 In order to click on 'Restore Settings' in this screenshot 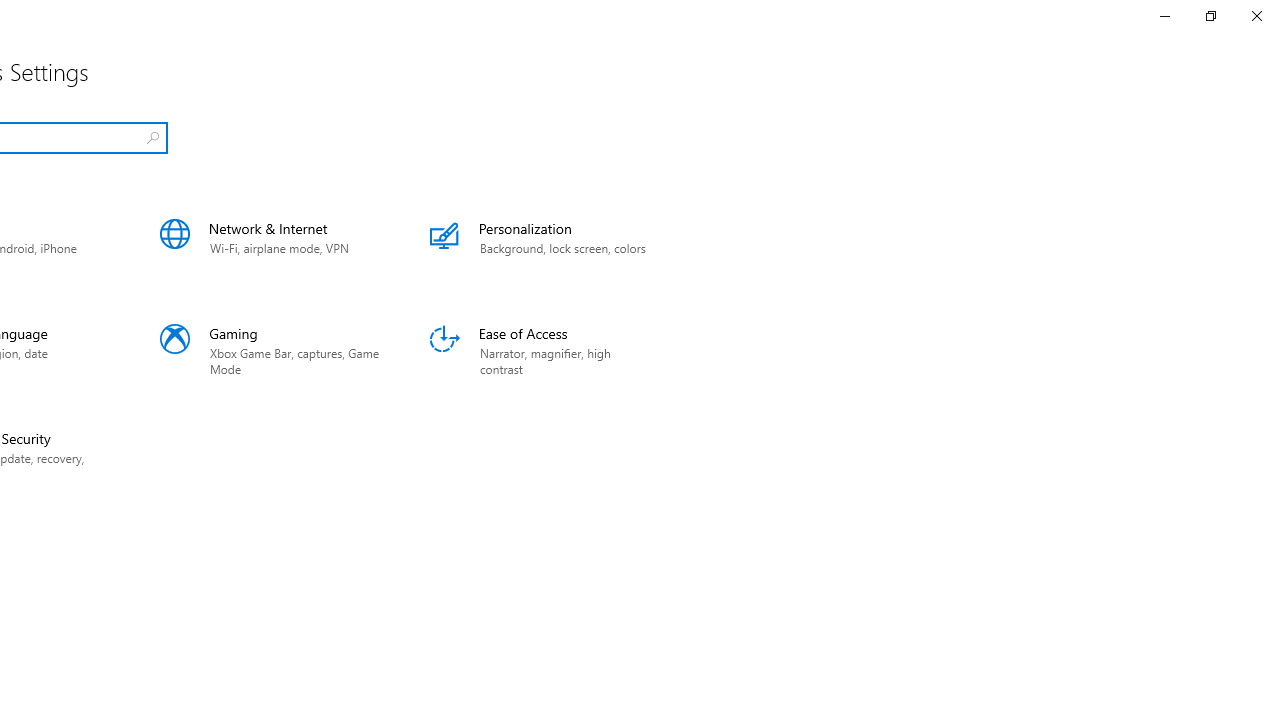, I will do `click(1209, 15)`.